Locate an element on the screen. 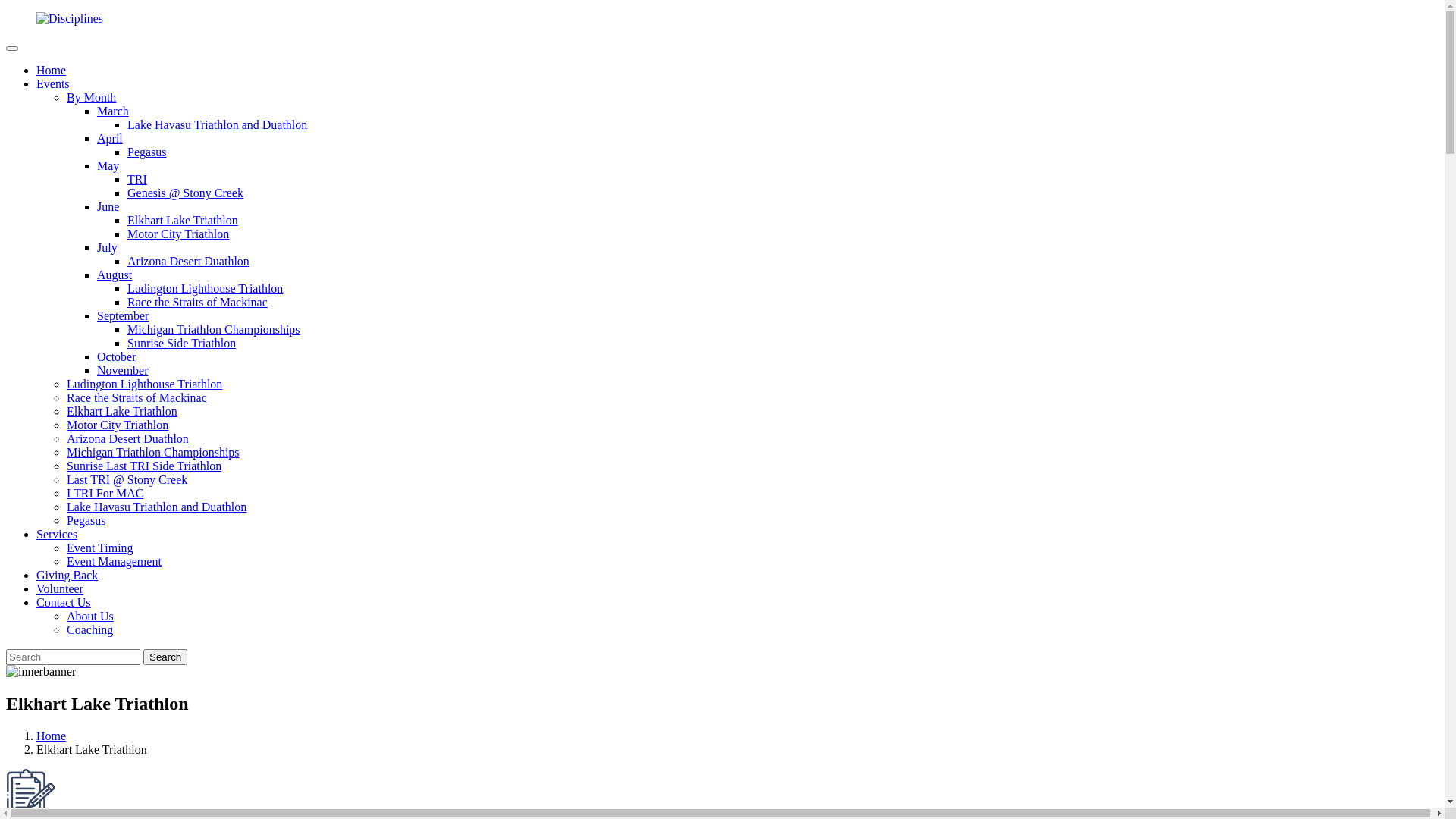 The width and height of the screenshot is (1456, 819). 'June' is located at coordinates (107, 206).